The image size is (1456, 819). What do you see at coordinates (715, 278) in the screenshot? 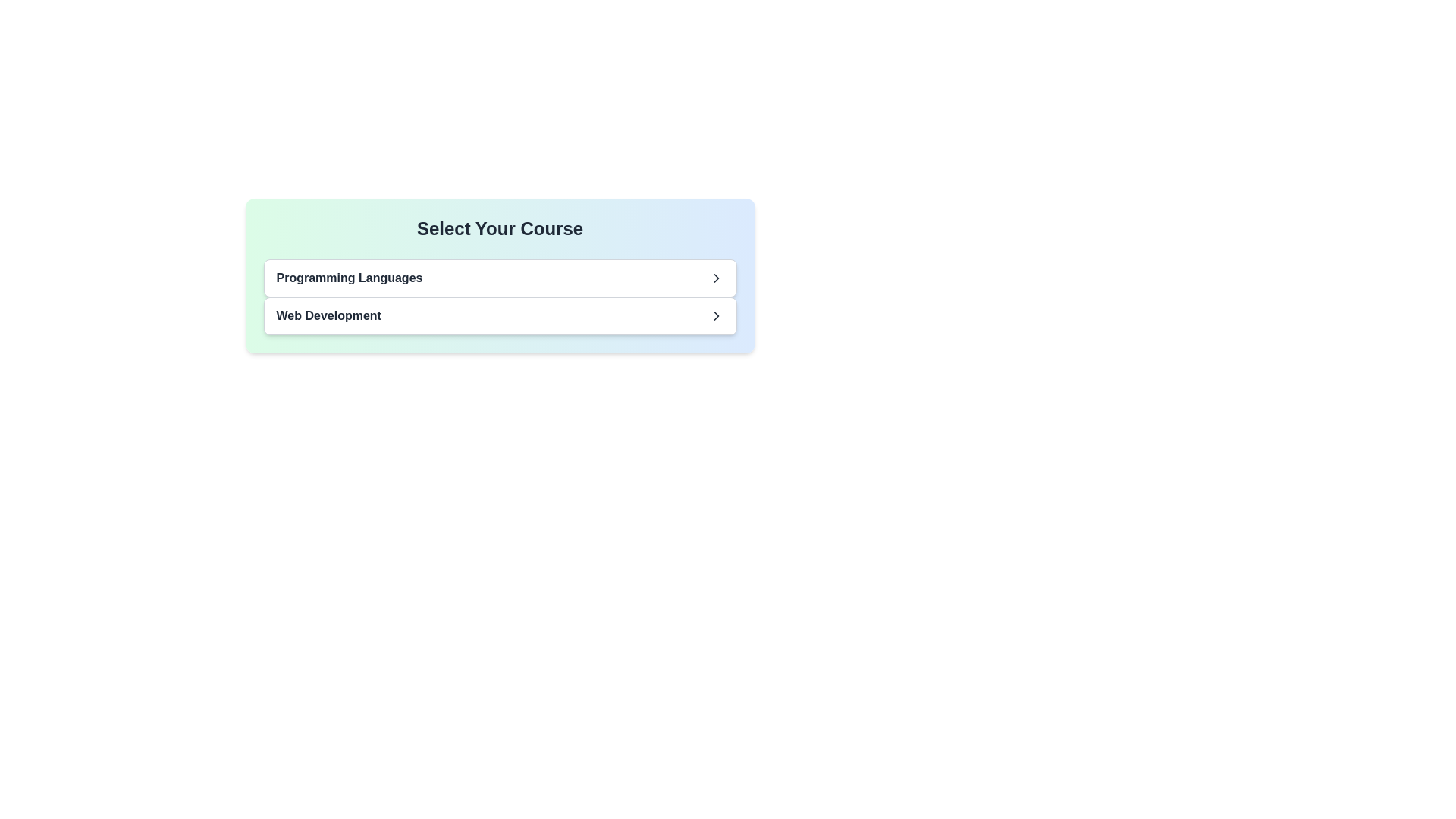
I see `the Decorative SVG icon that indicates a navigational or hierarchical relationship for the 'Programming Languages' list item` at bounding box center [715, 278].